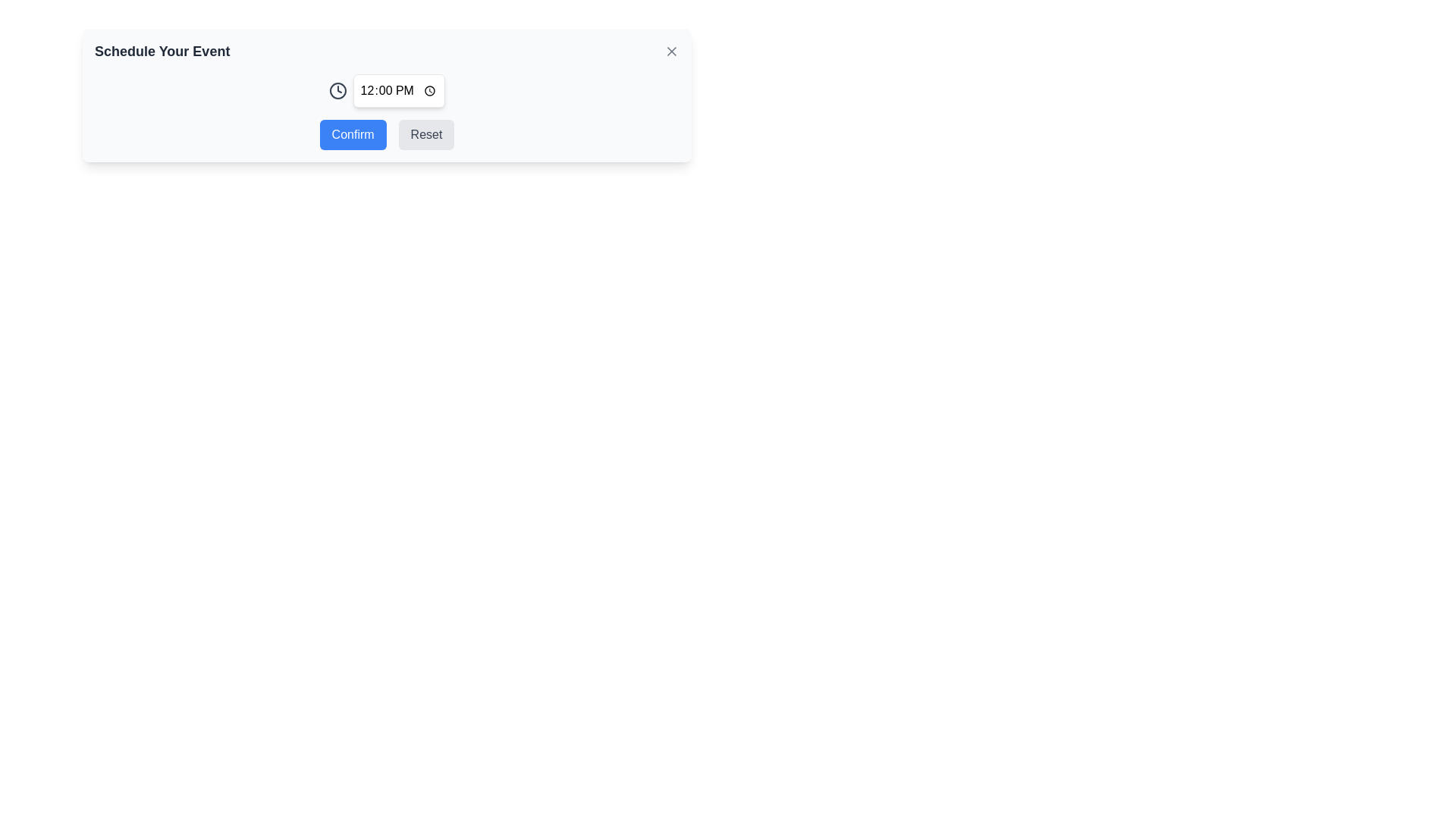 The image size is (1456, 819). Describe the element at coordinates (387, 90) in the screenshot. I see `the time input field styled with a border and rounded corners, which contains the default value '12:00 PM'` at that location.